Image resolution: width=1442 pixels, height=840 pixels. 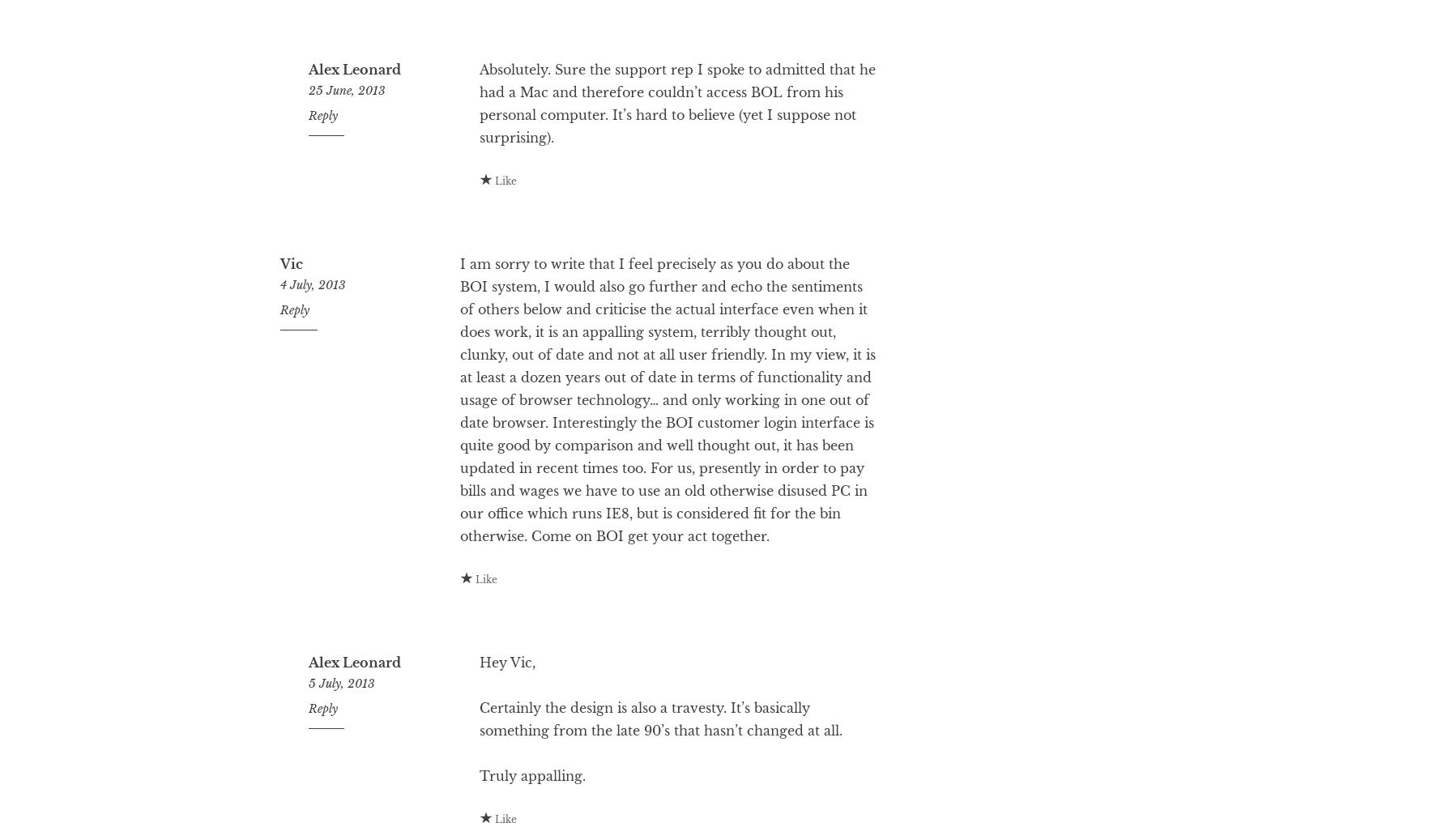 What do you see at coordinates (291, 327) in the screenshot?
I see `'Vic'` at bounding box center [291, 327].